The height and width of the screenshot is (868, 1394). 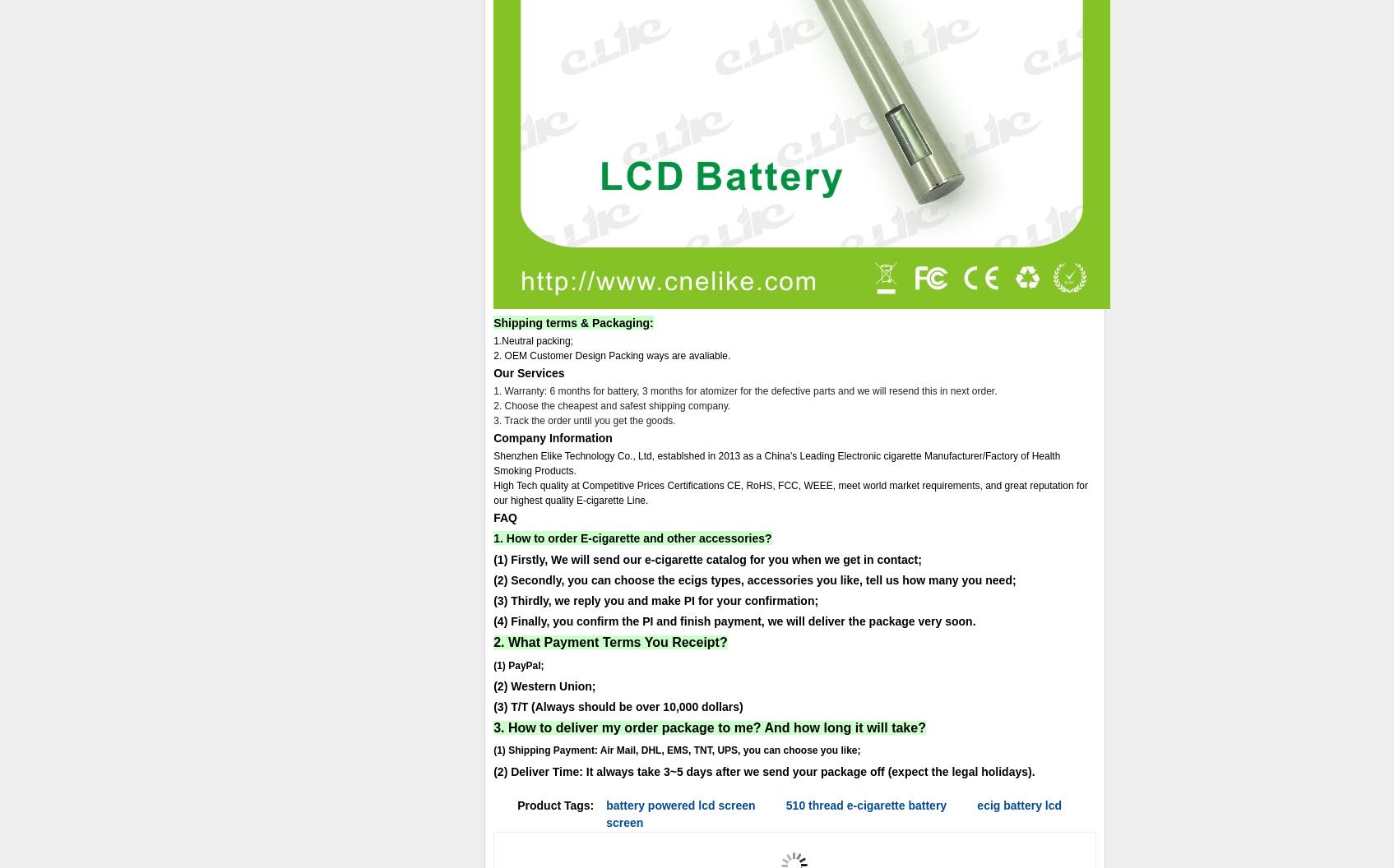 I want to click on '1. How to order E-cigarette and other accessories?', so click(x=632, y=538).